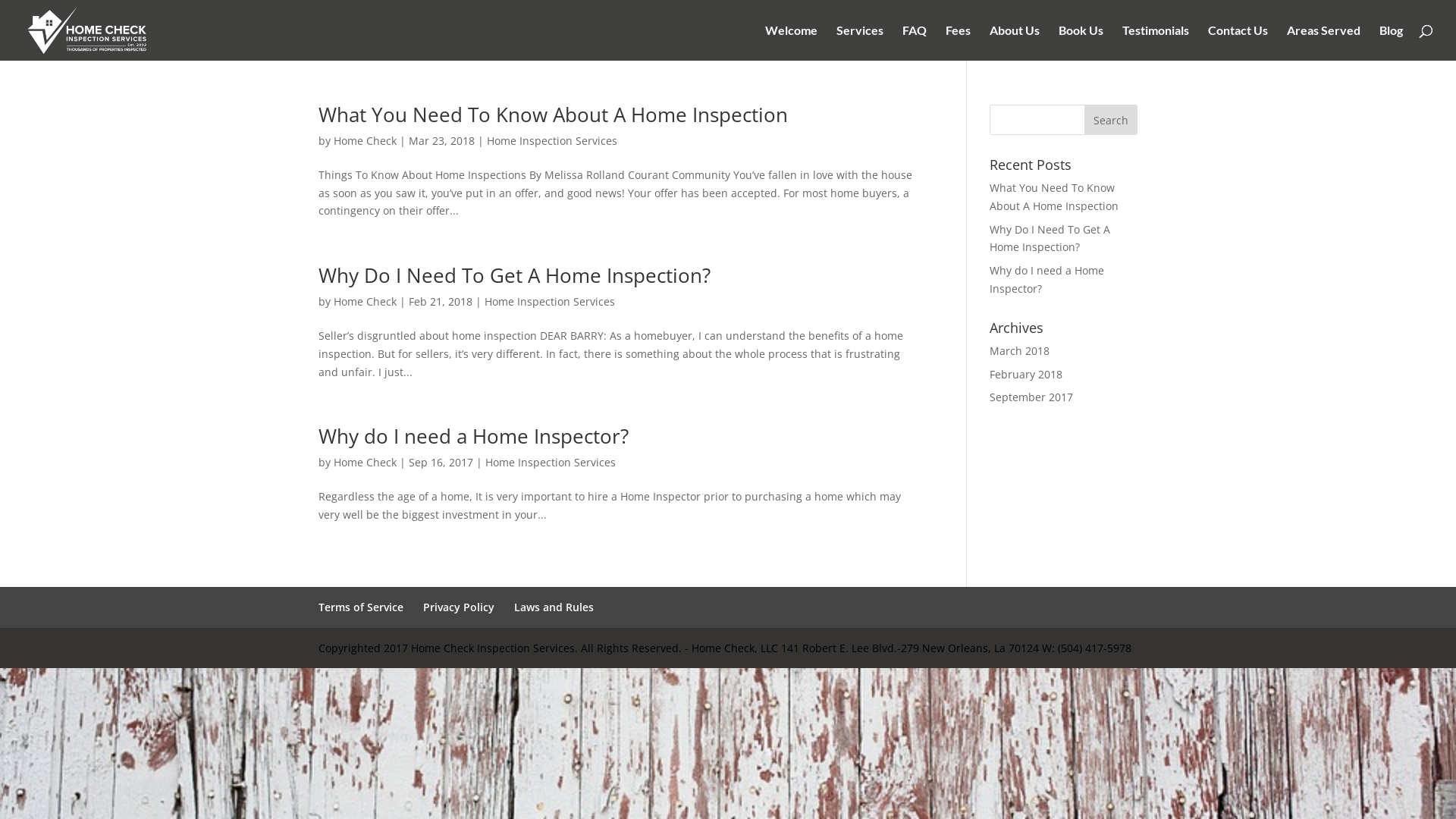 The width and height of the screenshot is (1456, 819). I want to click on 'Why Do I Need To Get A Home Inspection?', so click(1049, 238).